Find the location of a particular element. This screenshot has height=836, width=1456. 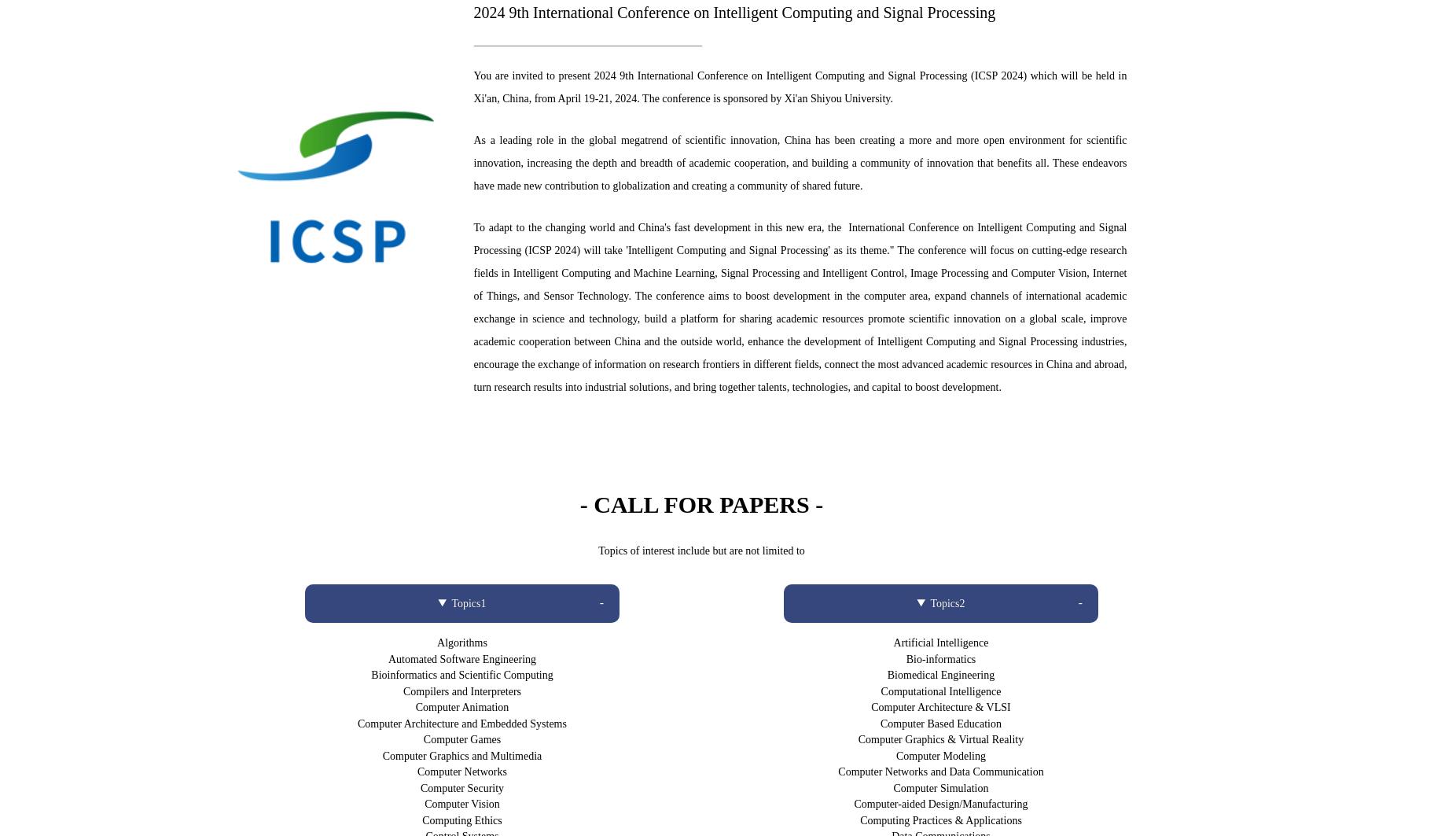

'Computer Graphics & Virtual Reality' is located at coordinates (940, 738).